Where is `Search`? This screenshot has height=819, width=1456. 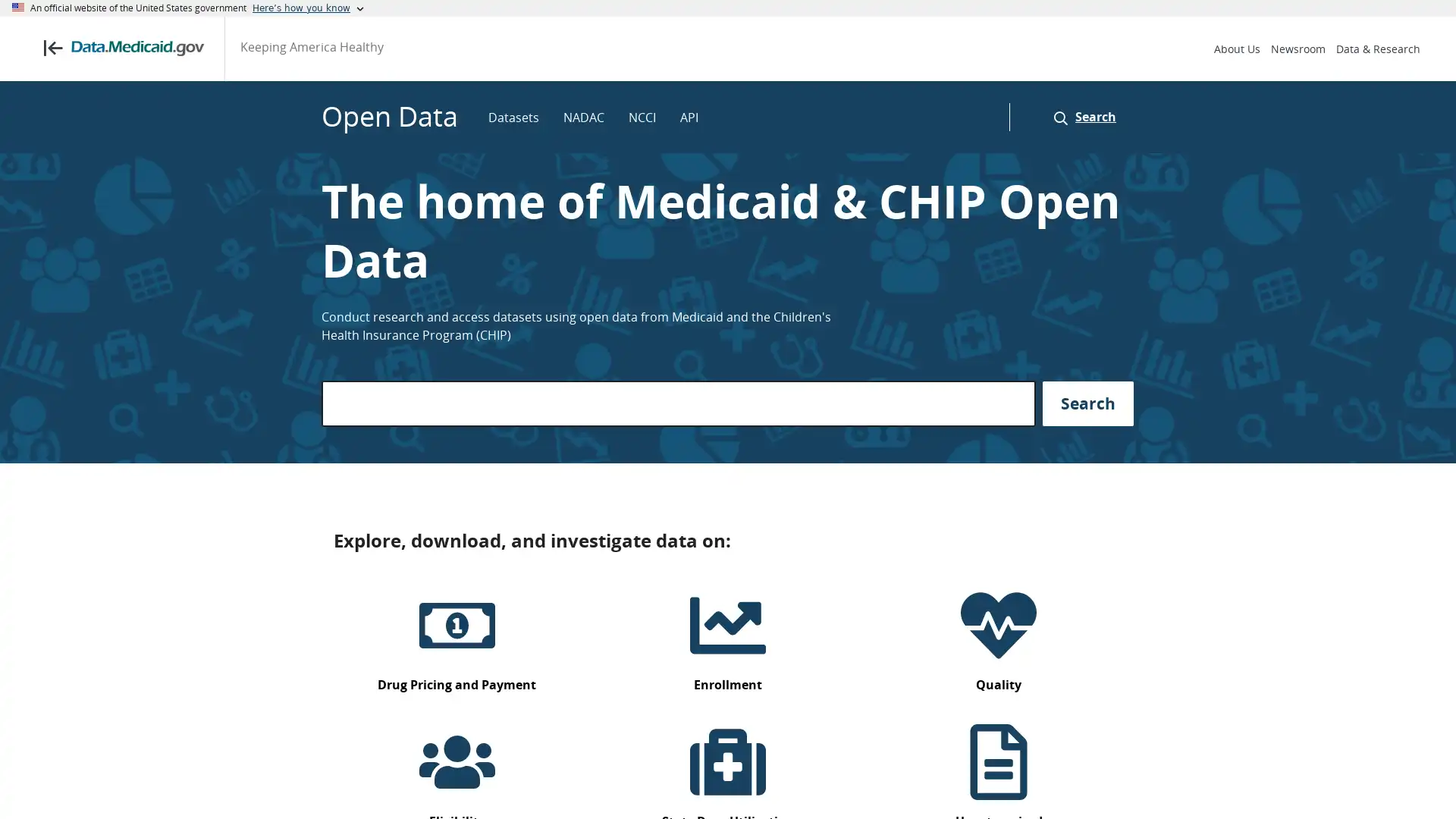
Search is located at coordinates (1087, 403).